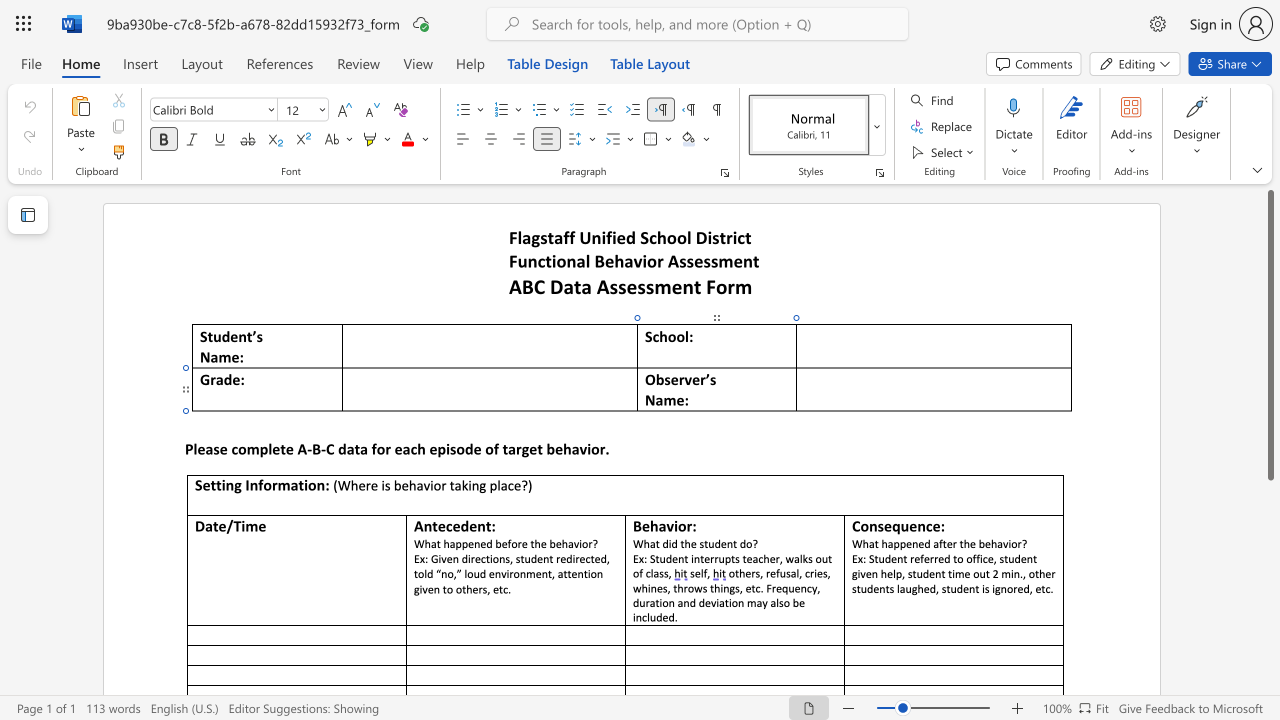  Describe the element at coordinates (448, 525) in the screenshot. I see `the 1th character "c" in the text` at that location.